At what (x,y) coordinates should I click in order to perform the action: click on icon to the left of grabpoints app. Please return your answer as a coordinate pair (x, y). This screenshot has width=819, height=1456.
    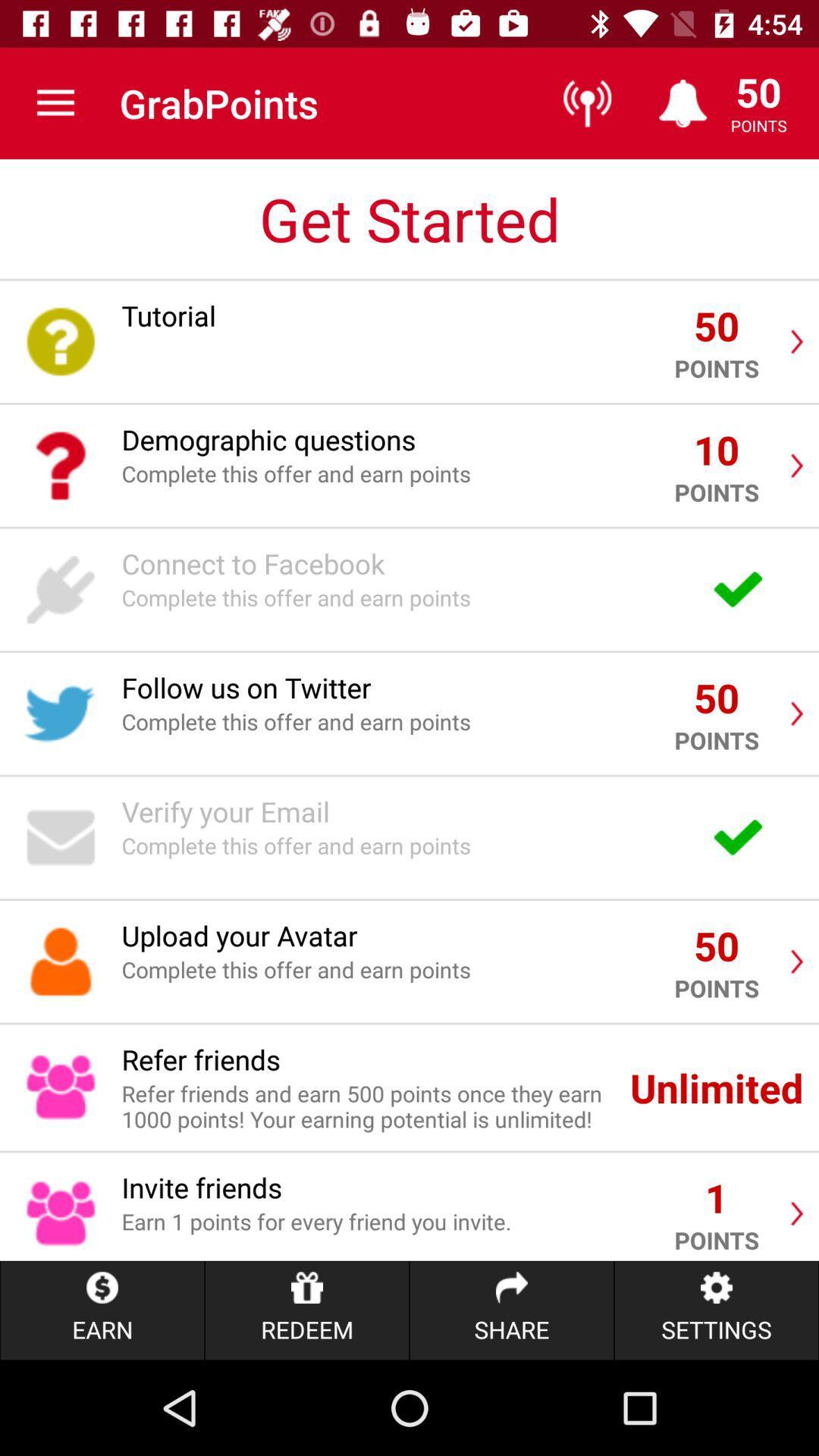
    Looking at the image, I should click on (55, 102).